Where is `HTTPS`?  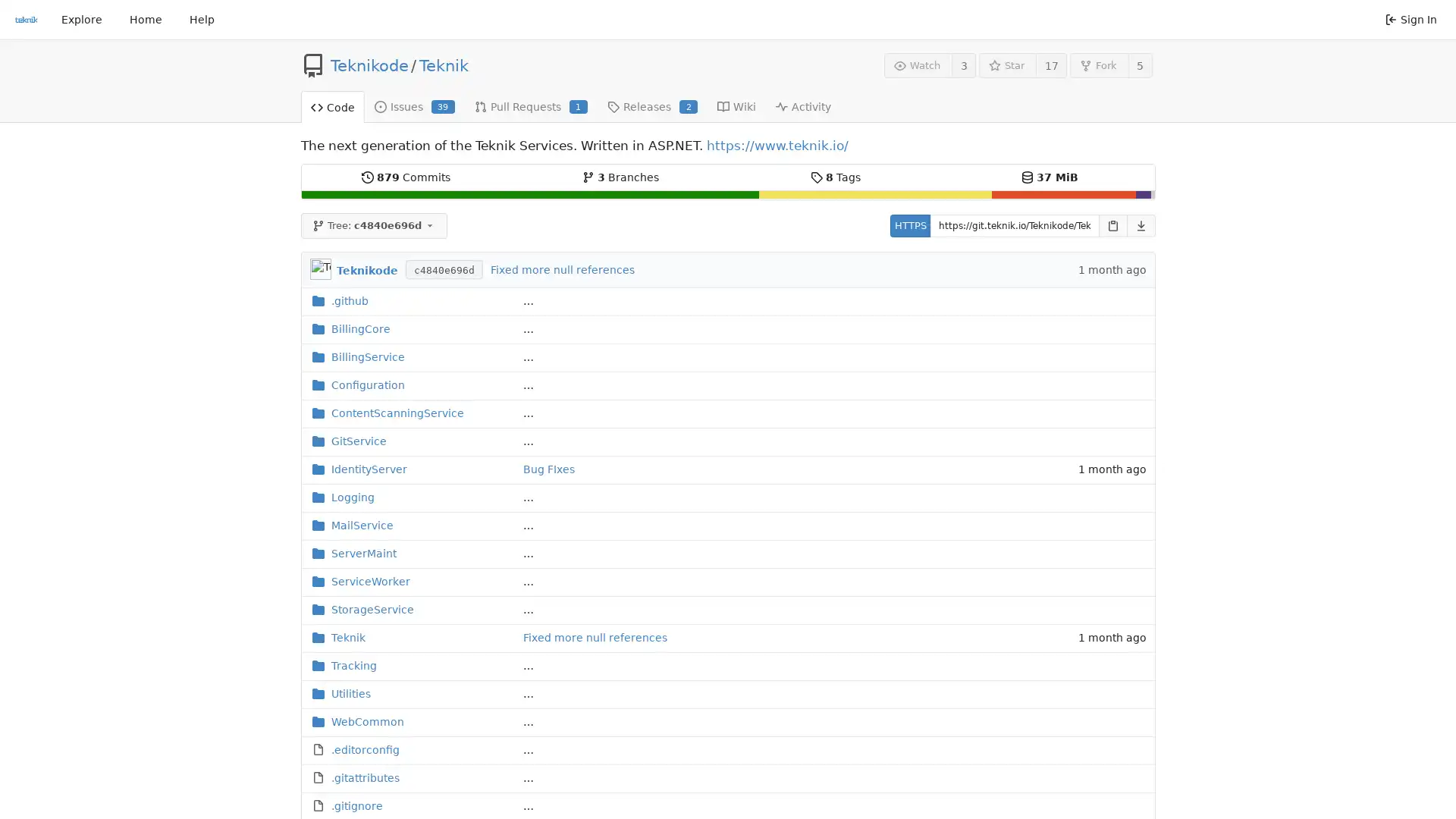 HTTPS is located at coordinates (909, 225).